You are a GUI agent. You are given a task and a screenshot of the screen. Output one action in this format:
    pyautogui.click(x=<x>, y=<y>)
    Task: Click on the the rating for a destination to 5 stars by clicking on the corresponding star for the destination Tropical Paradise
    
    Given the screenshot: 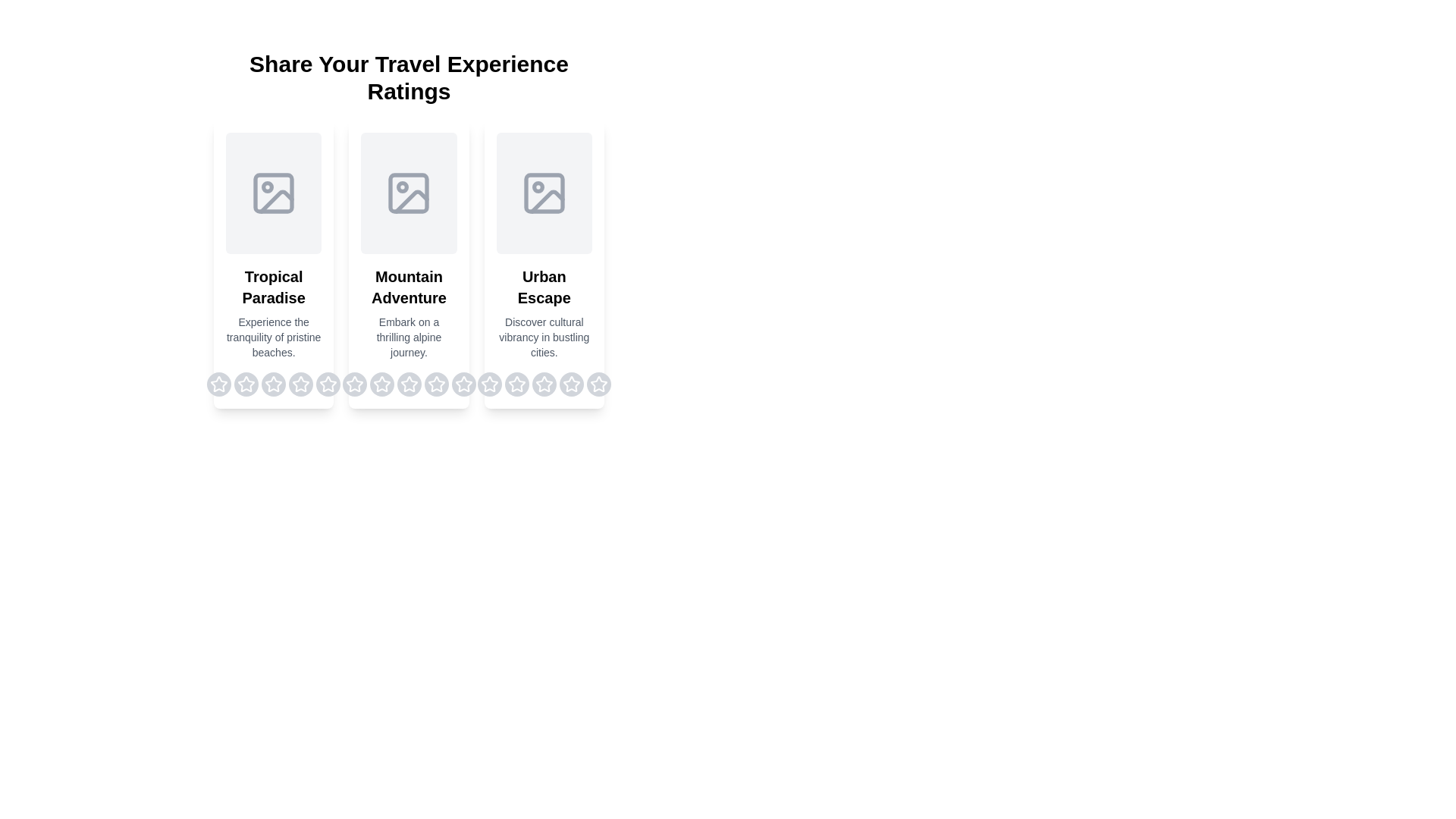 What is the action you would take?
    pyautogui.click(x=328, y=383)
    